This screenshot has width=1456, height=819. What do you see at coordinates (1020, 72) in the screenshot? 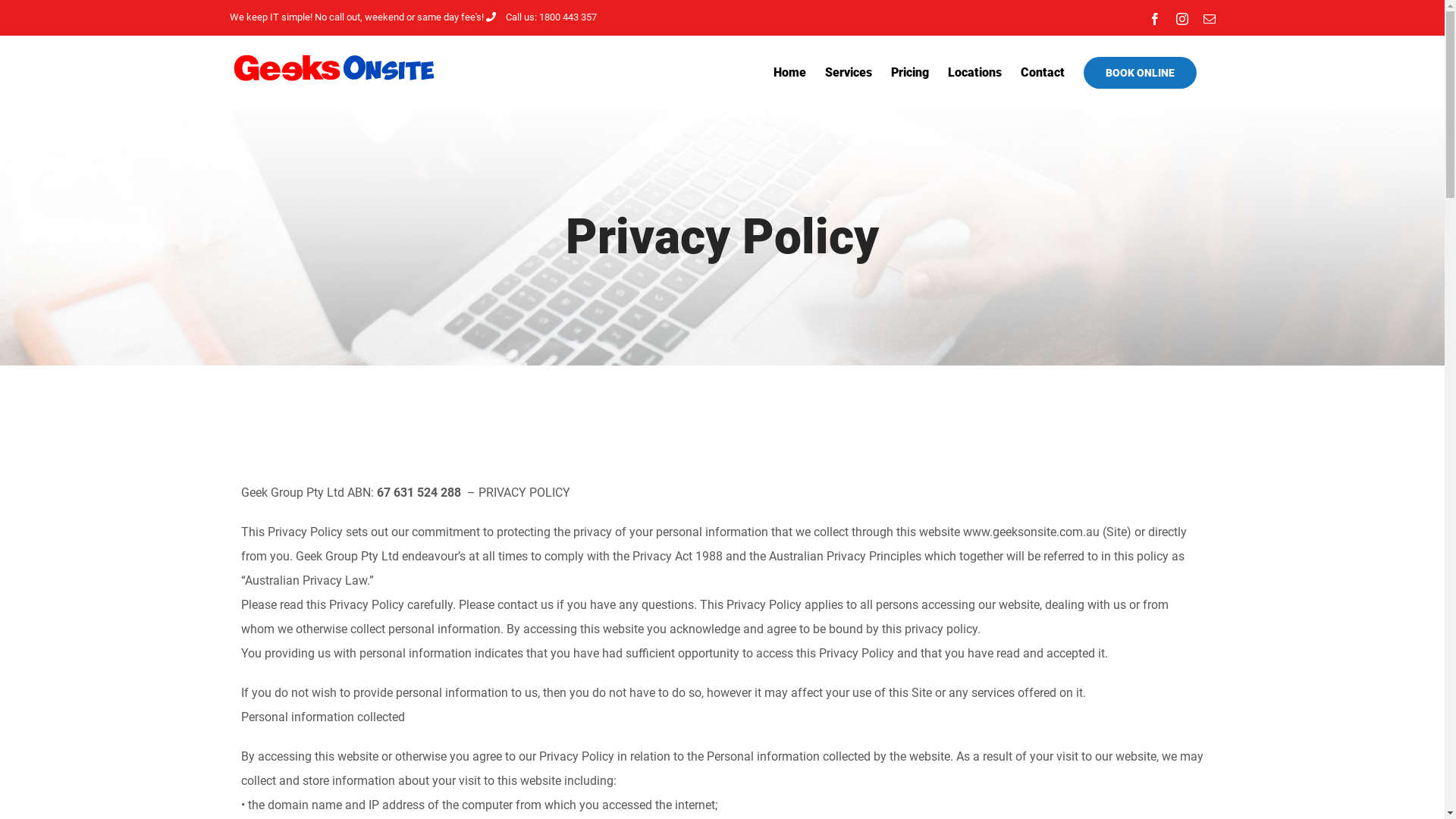
I see `'Contact'` at bounding box center [1020, 72].